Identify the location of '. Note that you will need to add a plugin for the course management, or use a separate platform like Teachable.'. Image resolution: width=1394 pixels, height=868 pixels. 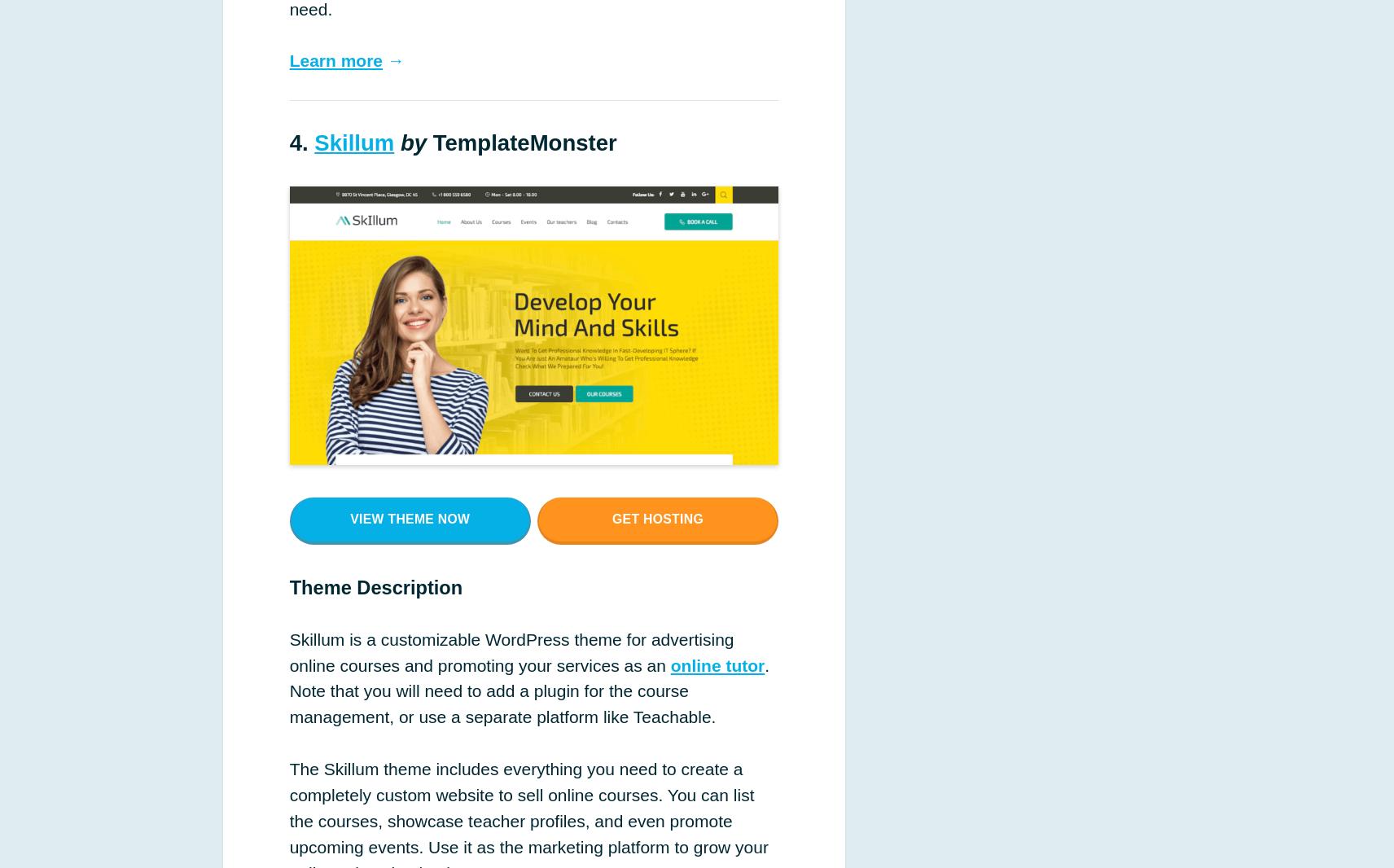
(289, 690).